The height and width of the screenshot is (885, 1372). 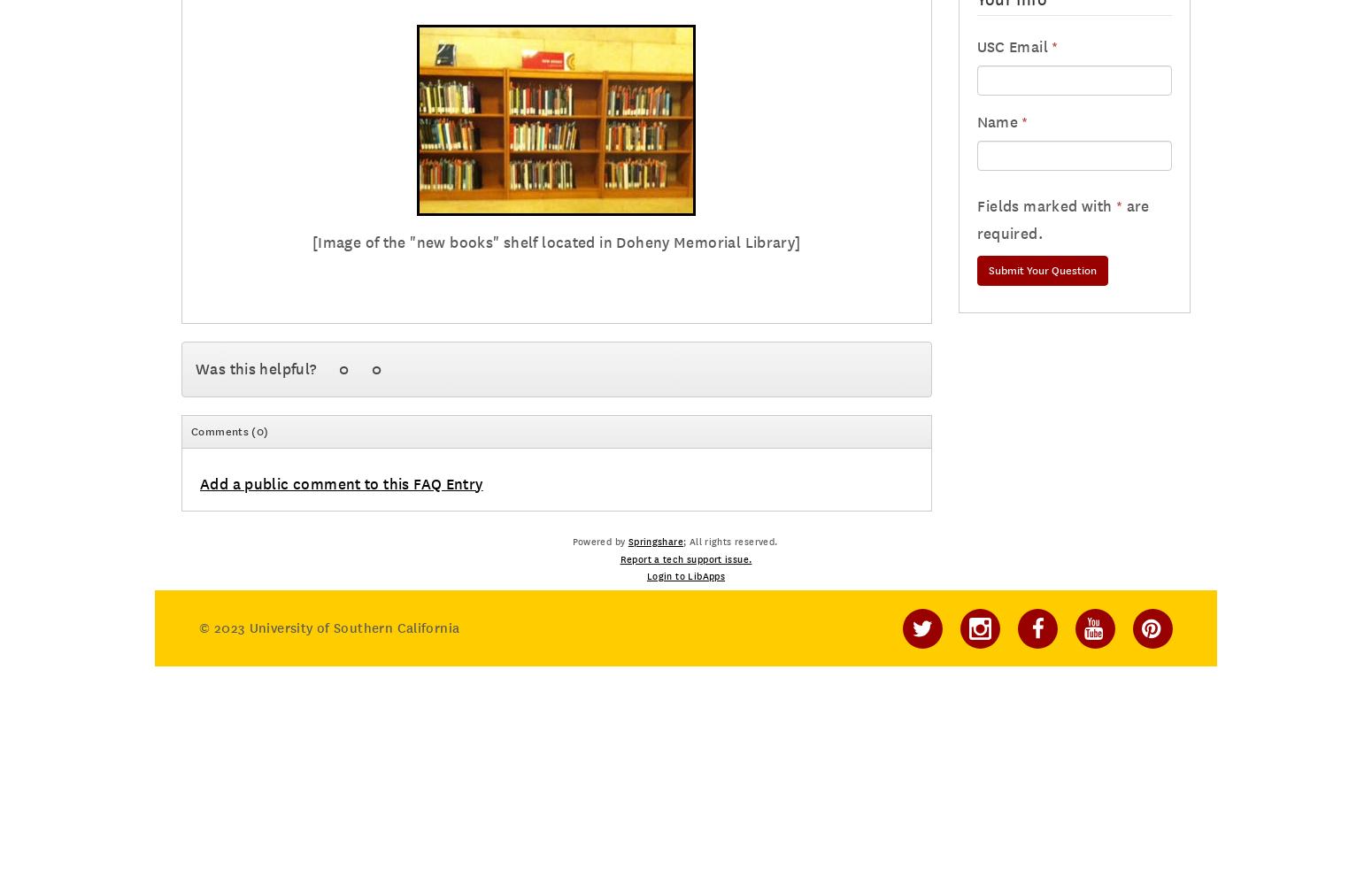 I want to click on '; All rights reserved.', so click(x=729, y=542).